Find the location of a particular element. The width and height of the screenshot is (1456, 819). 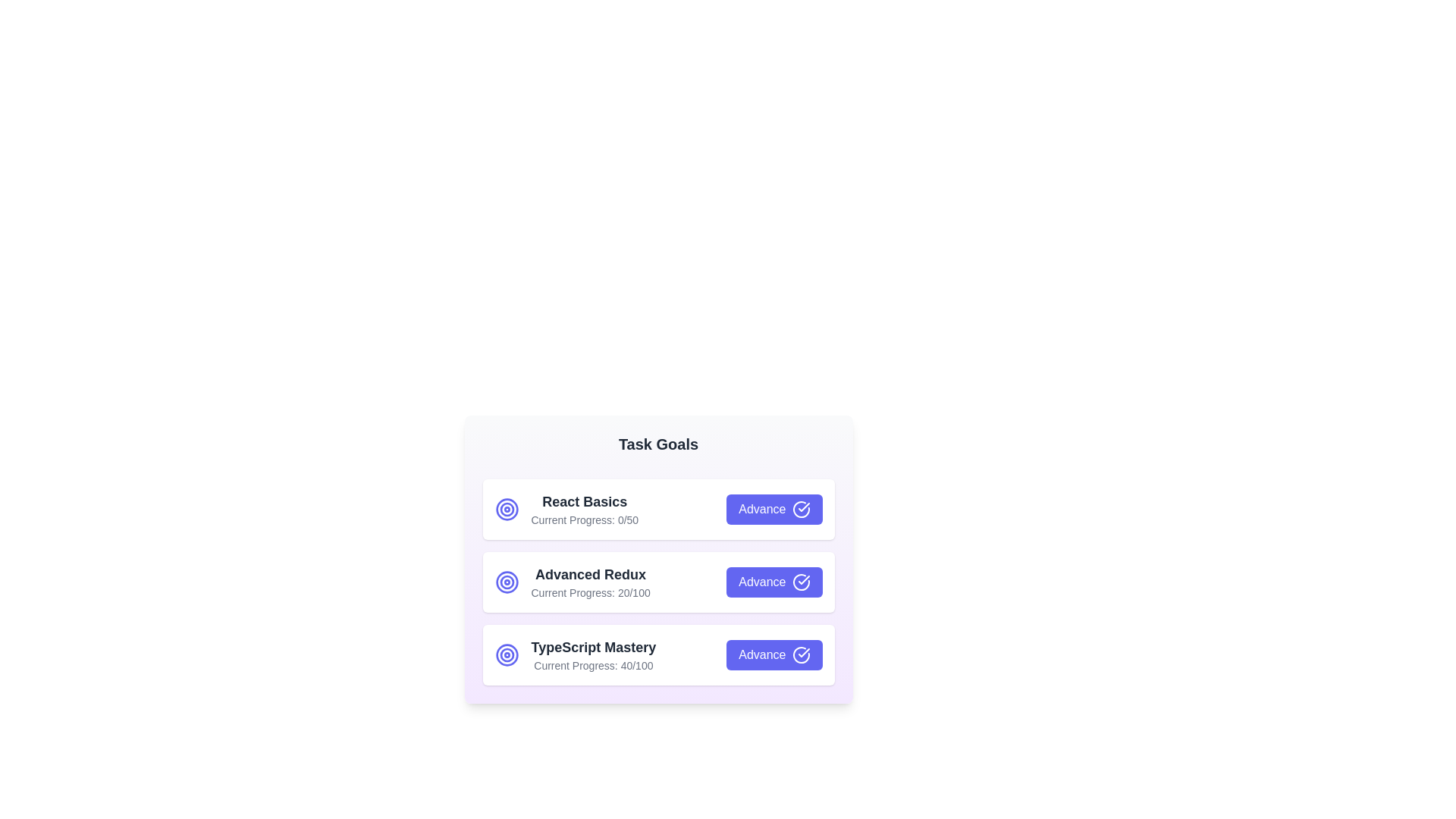

the informational Text block that displays the task titled 'React Basics' and its current progress (0 out of 50) within the 'Task Goals' section is located at coordinates (584, 509).